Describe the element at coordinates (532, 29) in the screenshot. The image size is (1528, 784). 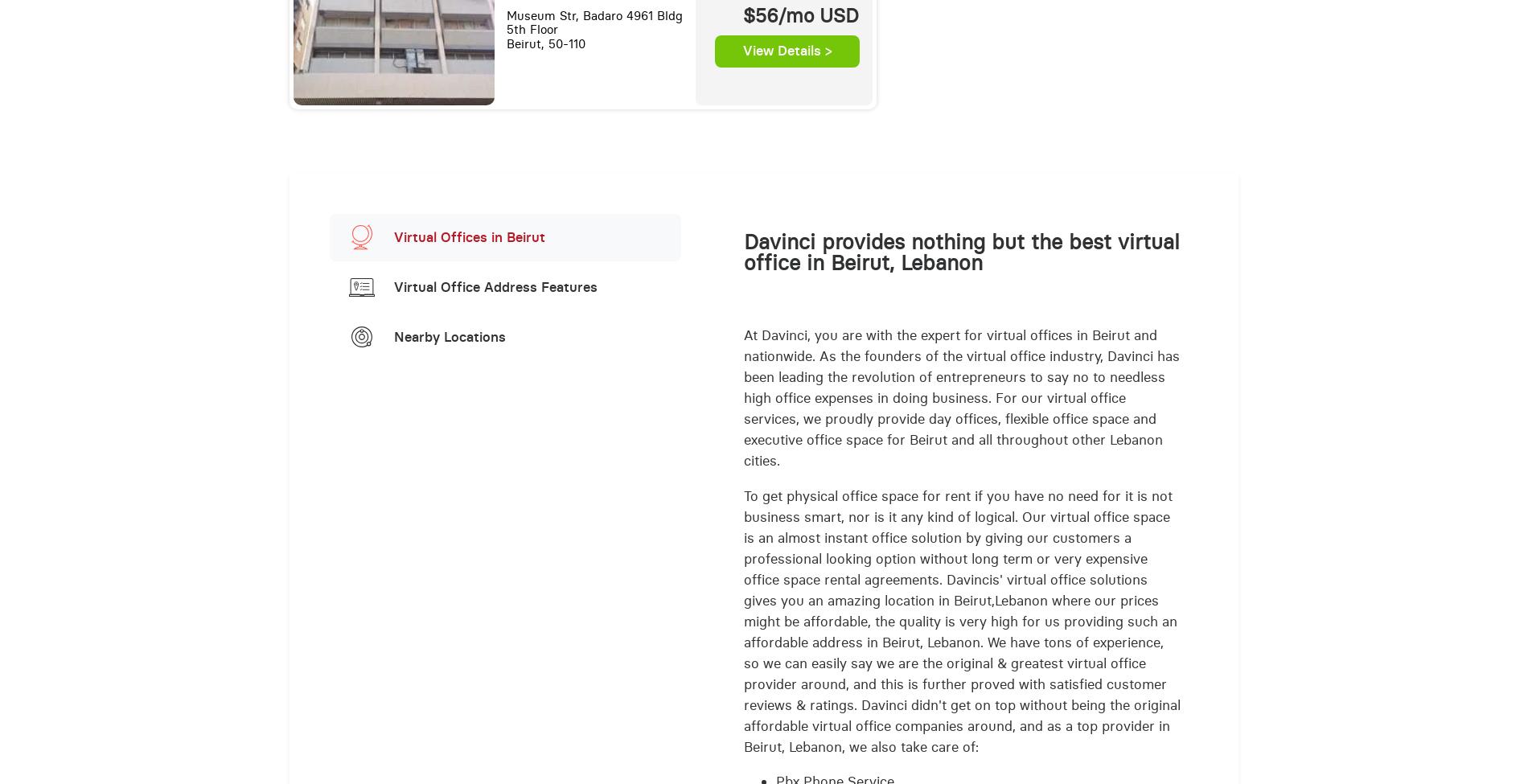
I see `'5th Floor'` at that location.